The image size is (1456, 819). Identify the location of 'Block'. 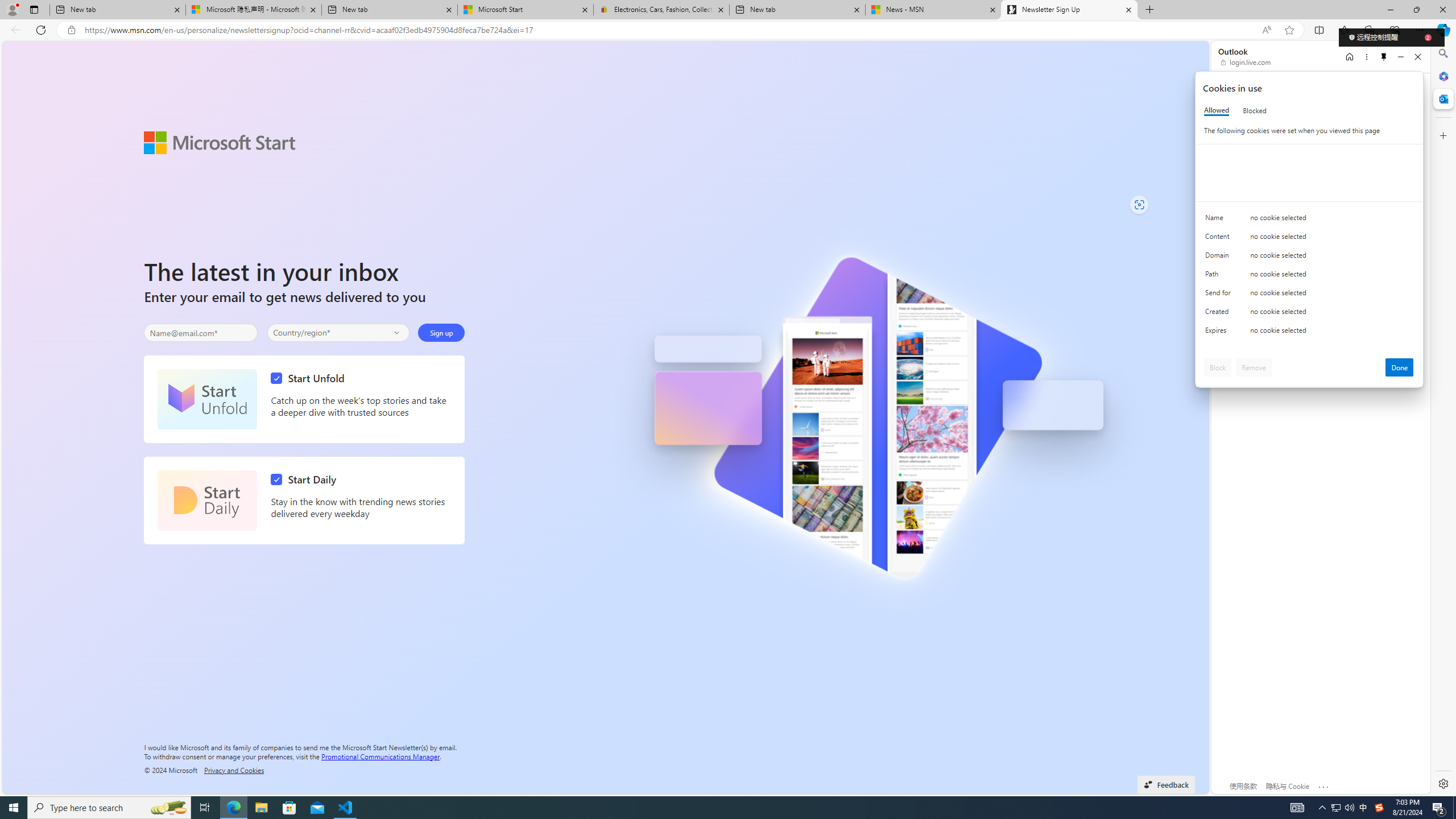
(1217, 367).